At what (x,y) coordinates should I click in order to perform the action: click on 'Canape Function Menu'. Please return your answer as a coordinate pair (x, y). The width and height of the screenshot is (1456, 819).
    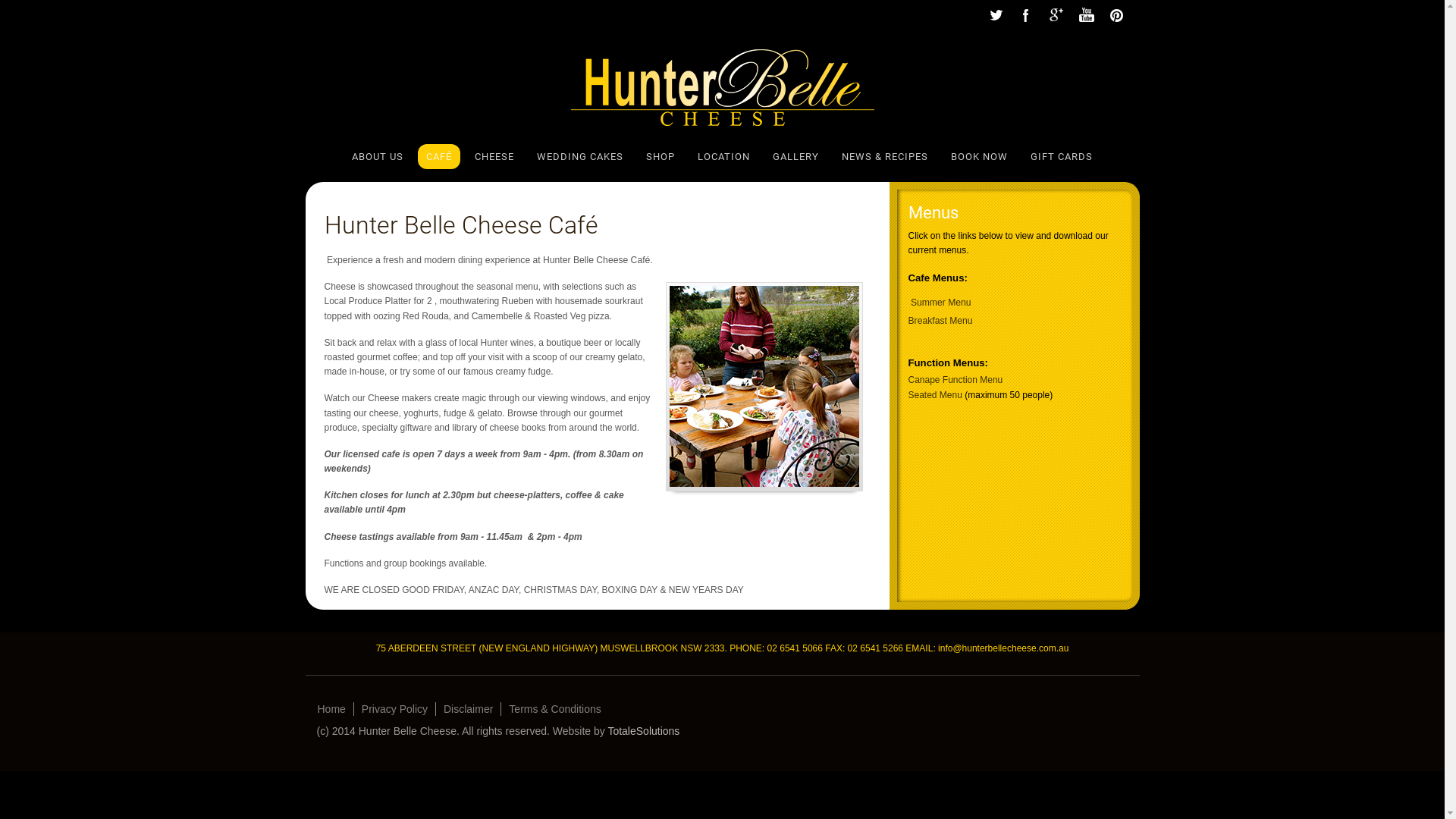
    Looking at the image, I should click on (955, 379).